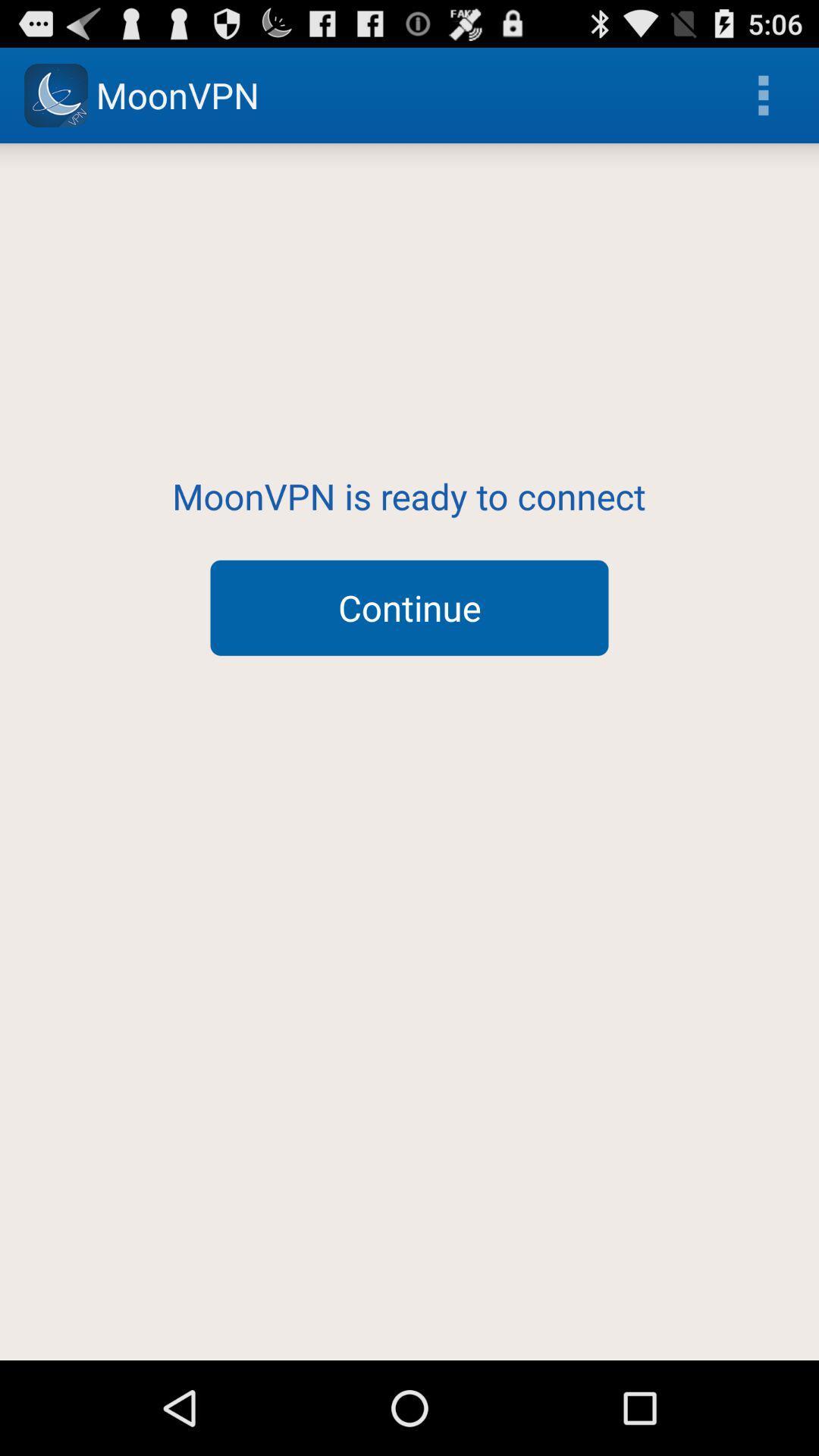 Image resolution: width=819 pixels, height=1456 pixels. Describe the element at coordinates (409, 607) in the screenshot. I see `icon below the moonvpn is ready item` at that location.